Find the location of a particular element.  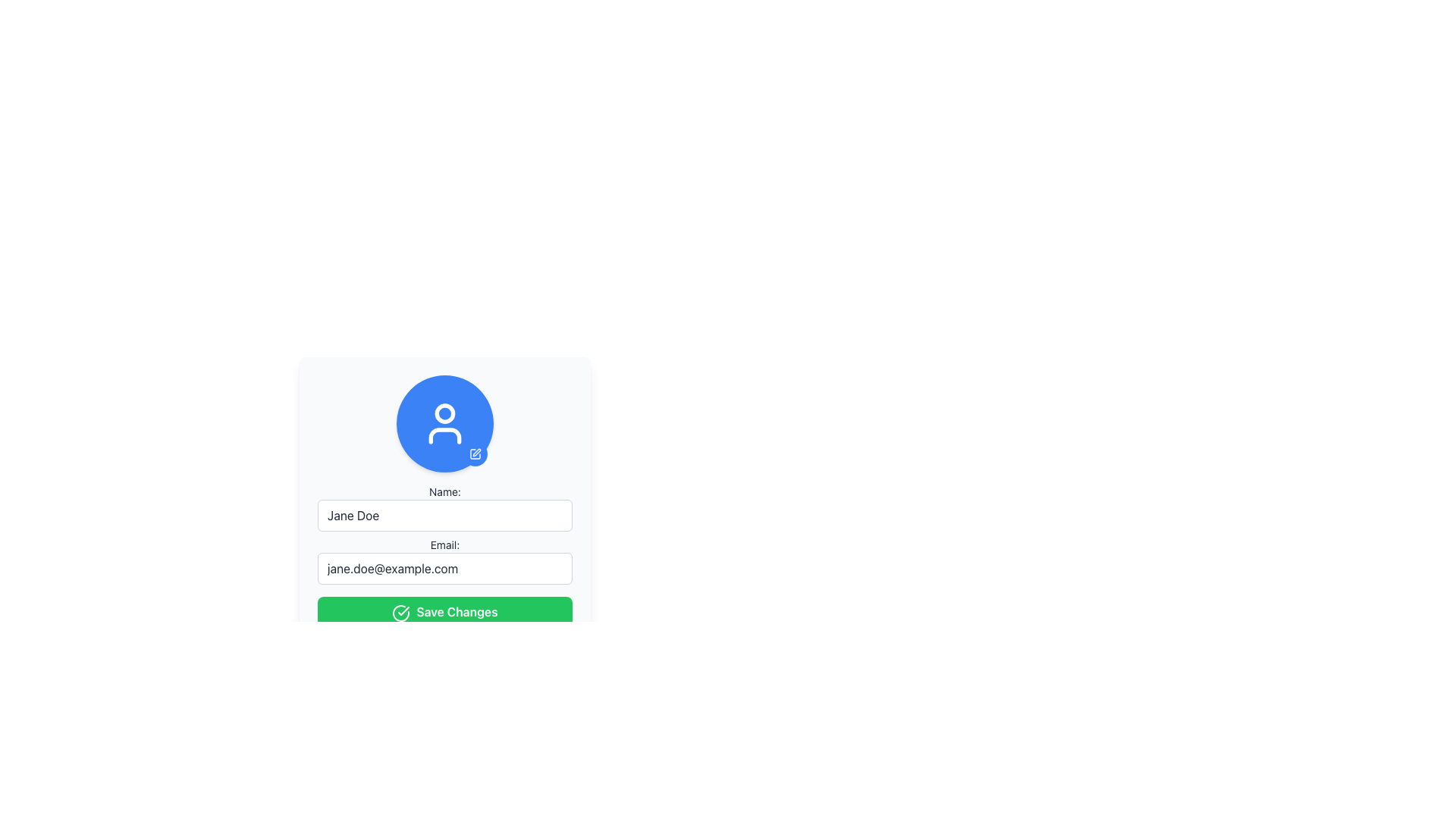

the user profile icon located in the blue circular area above the form section of the page, which is part of the main user profile card's layout is located at coordinates (444, 424).